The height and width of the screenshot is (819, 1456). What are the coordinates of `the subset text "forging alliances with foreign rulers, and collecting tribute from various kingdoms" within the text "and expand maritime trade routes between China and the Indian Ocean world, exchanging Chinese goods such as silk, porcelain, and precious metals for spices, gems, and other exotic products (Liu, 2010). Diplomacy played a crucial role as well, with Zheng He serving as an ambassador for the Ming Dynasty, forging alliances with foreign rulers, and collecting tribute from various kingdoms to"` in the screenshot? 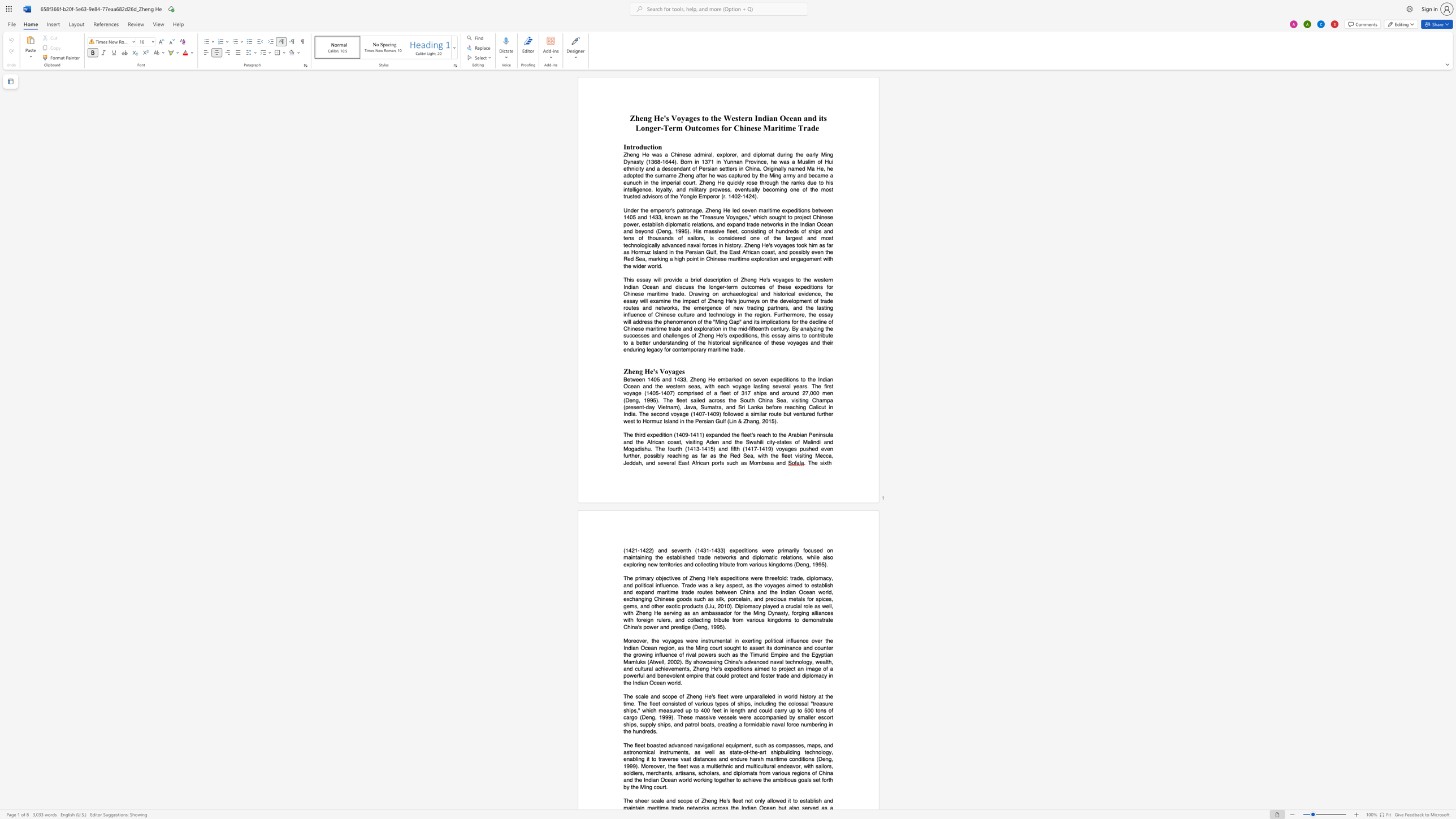 It's located at (791, 613).